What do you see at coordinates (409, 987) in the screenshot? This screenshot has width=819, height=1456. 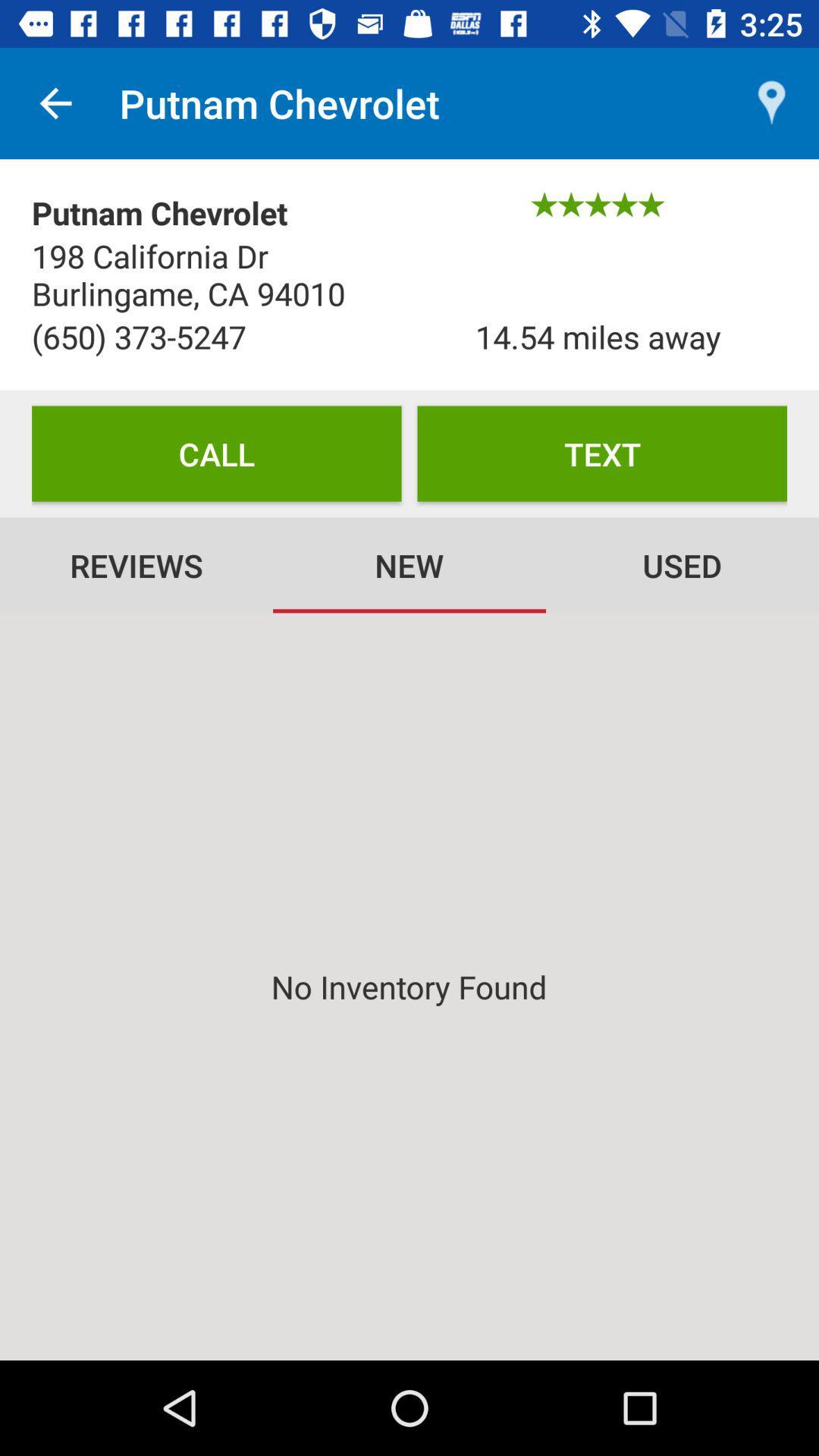 I see `the item below reviews item` at bounding box center [409, 987].